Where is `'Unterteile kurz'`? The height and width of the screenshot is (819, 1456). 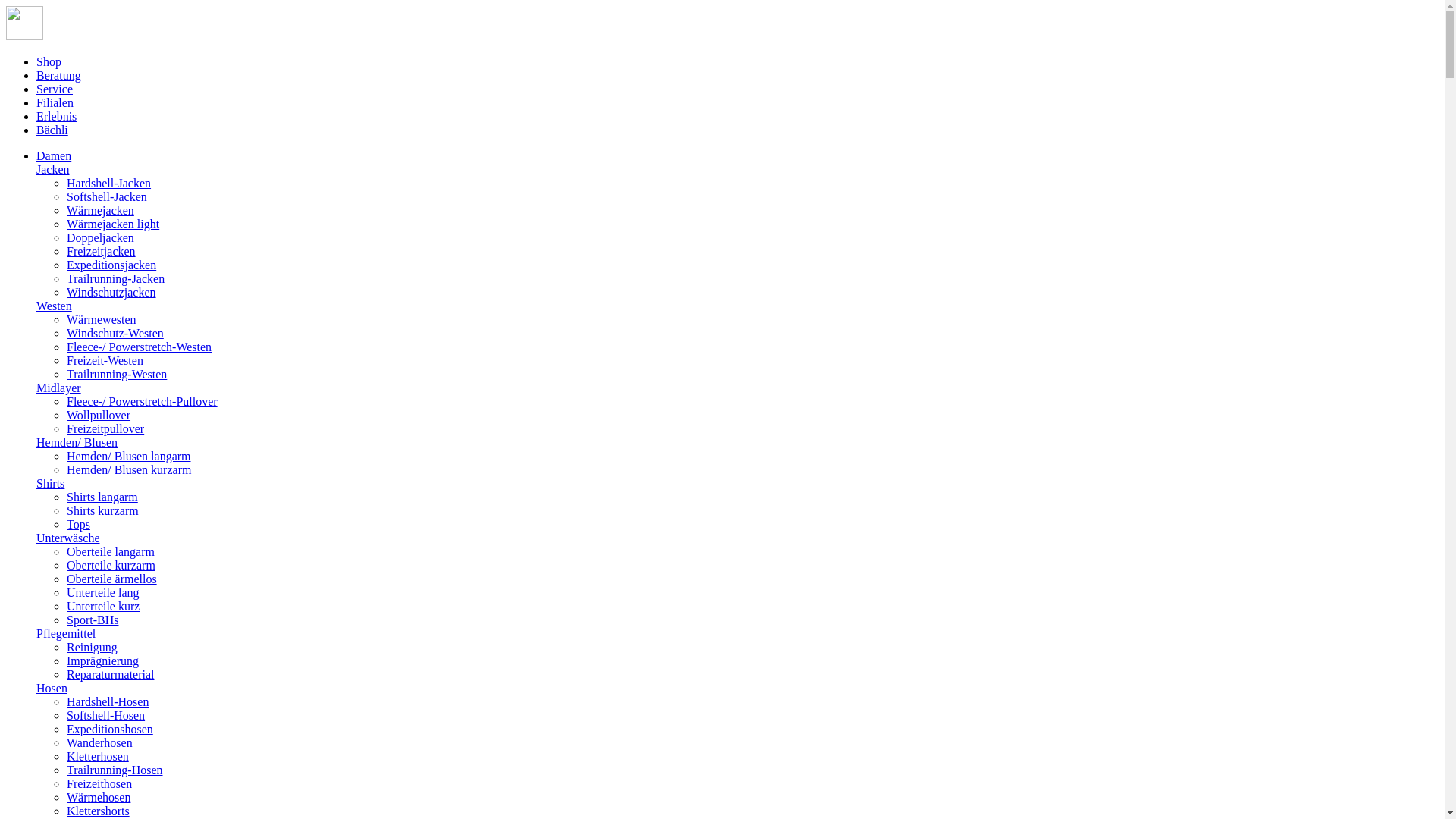
'Unterteile kurz' is located at coordinates (102, 605).